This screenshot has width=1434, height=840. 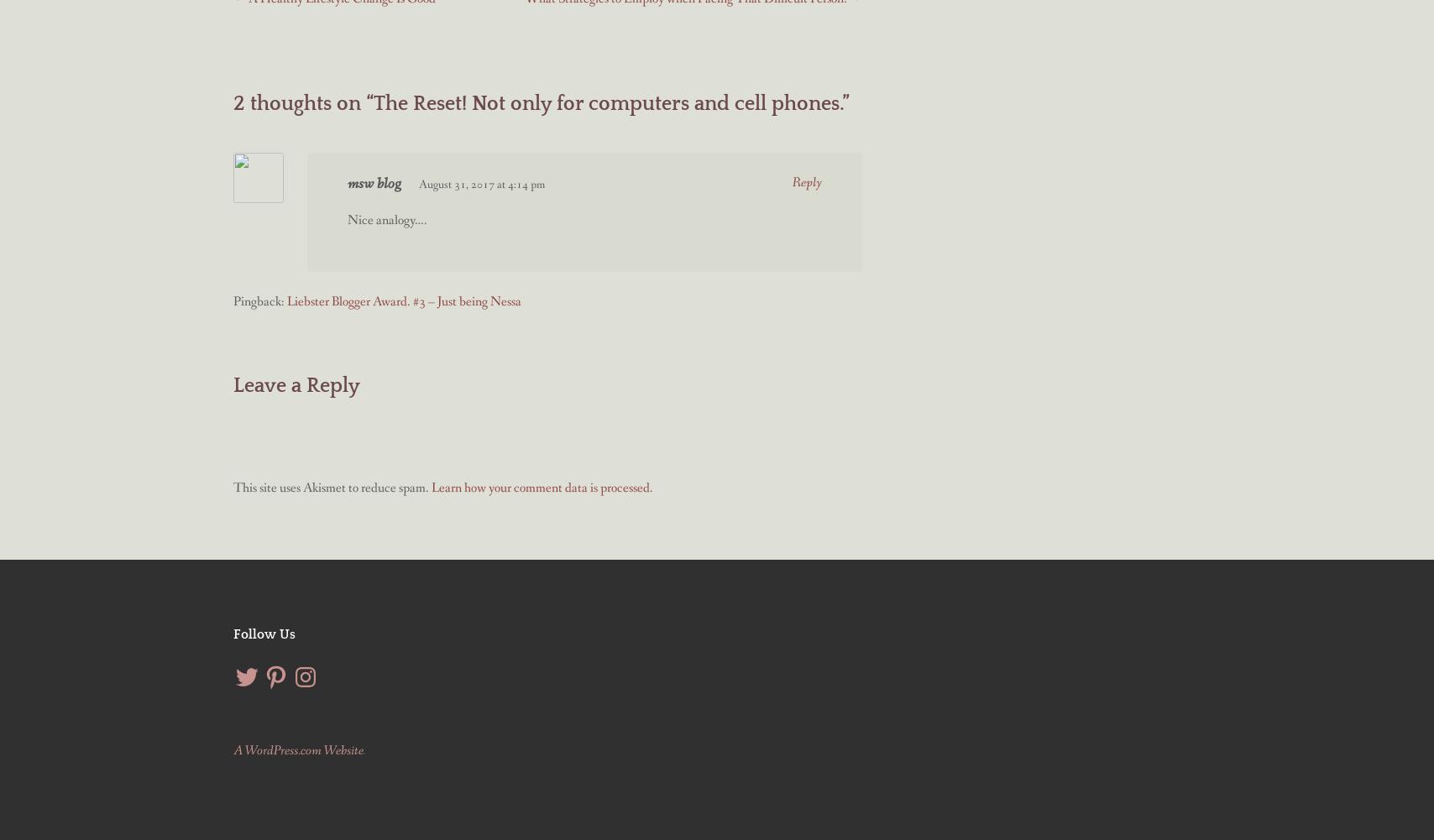 I want to click on 'Nice analogy….', so click(x=387, y=218).